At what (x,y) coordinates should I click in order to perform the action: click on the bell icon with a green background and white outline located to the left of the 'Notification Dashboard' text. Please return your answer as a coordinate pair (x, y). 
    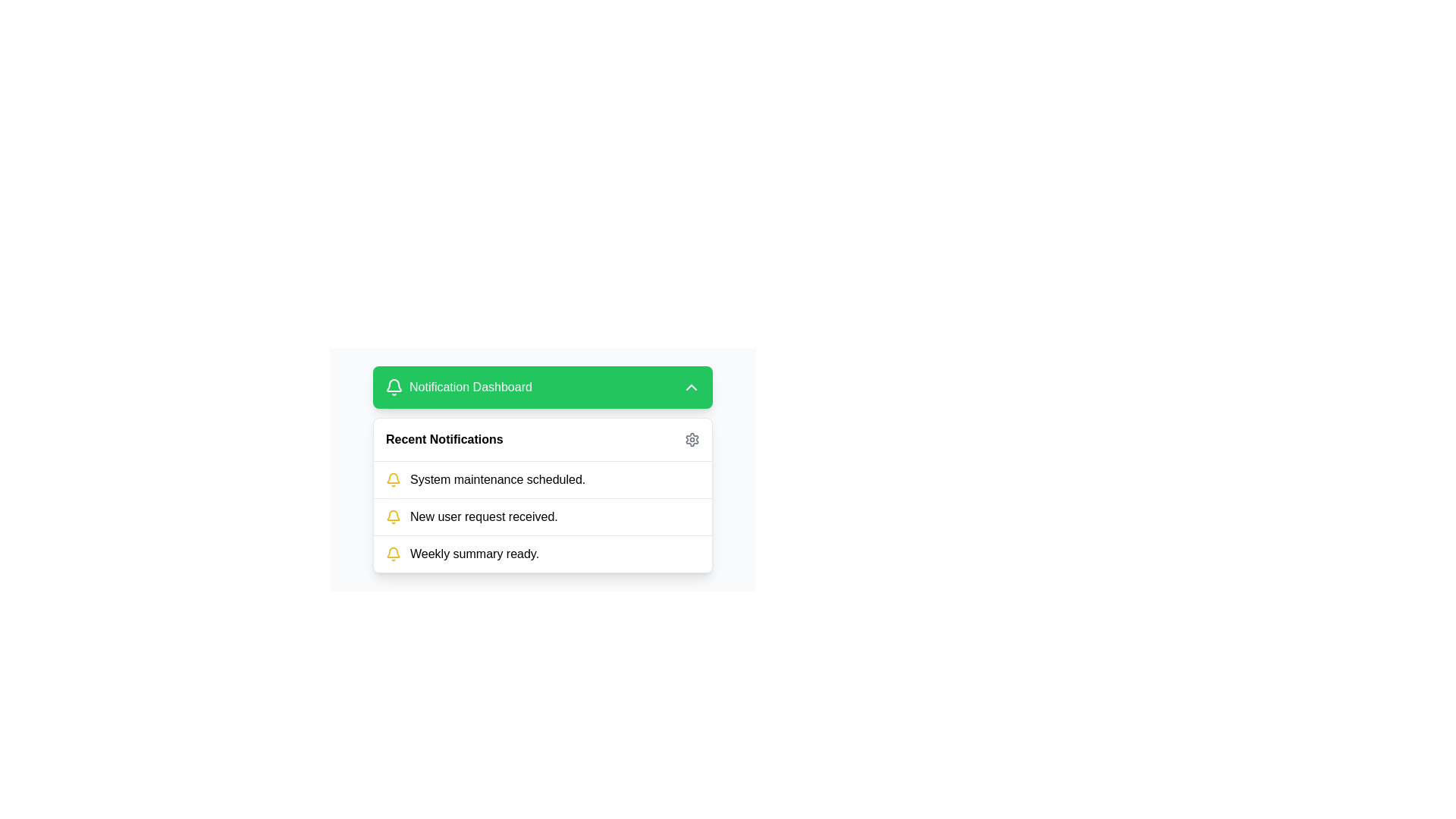
    Looking at the image, I should click on (394, 386).